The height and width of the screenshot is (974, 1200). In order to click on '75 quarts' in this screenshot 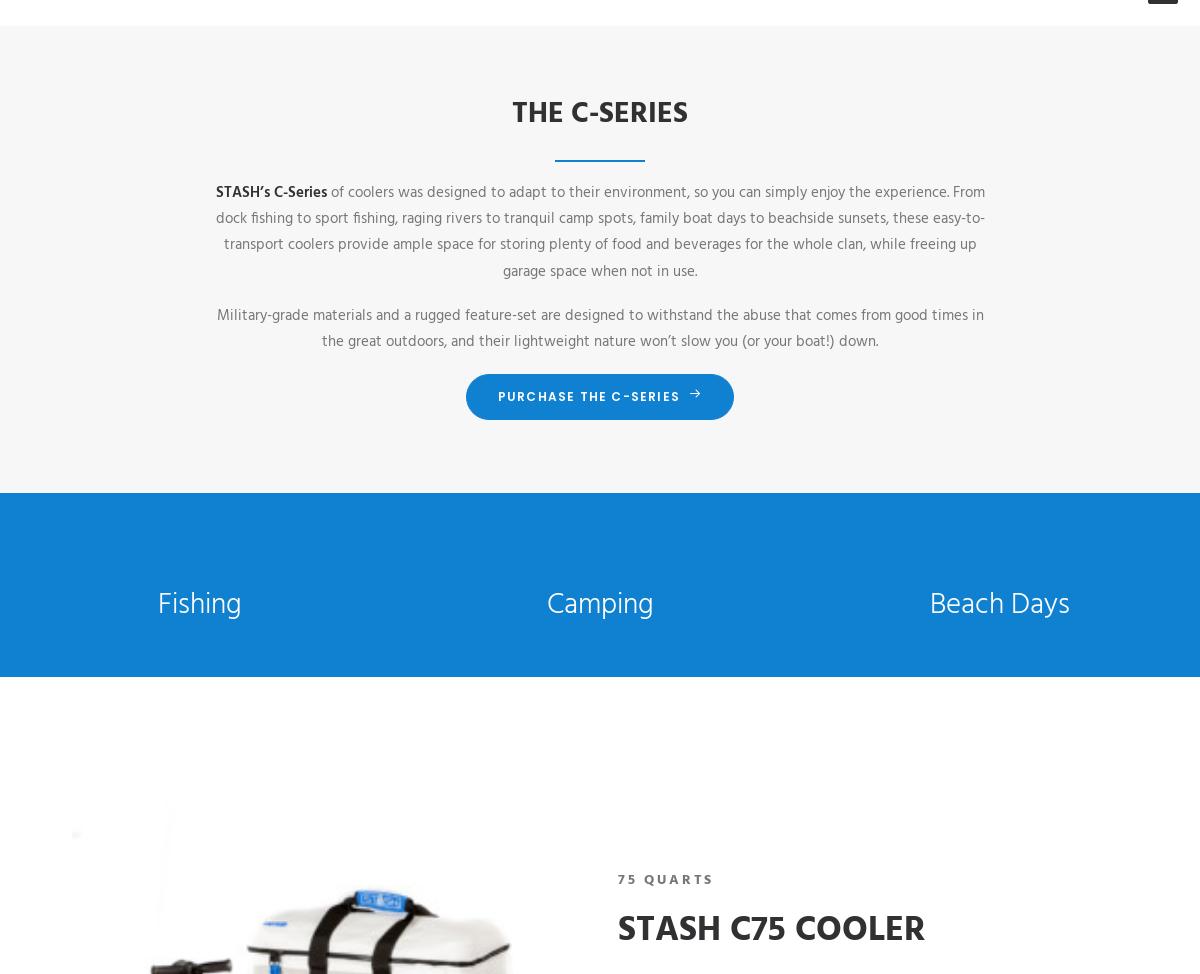, I will do `click(666, 880)`.